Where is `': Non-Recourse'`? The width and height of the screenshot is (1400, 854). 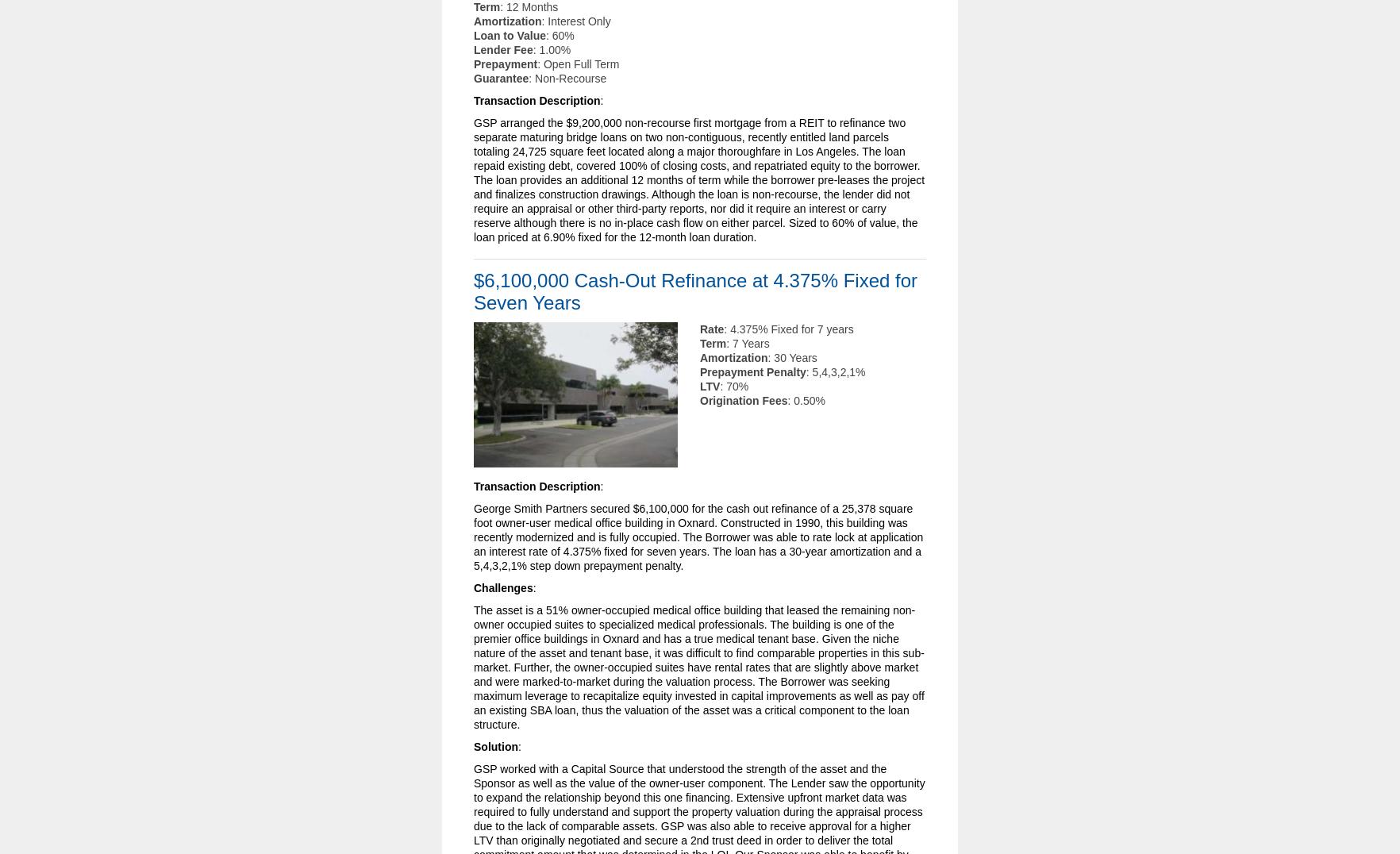
': Non-Recourse' is located at coordinates (567, 77).